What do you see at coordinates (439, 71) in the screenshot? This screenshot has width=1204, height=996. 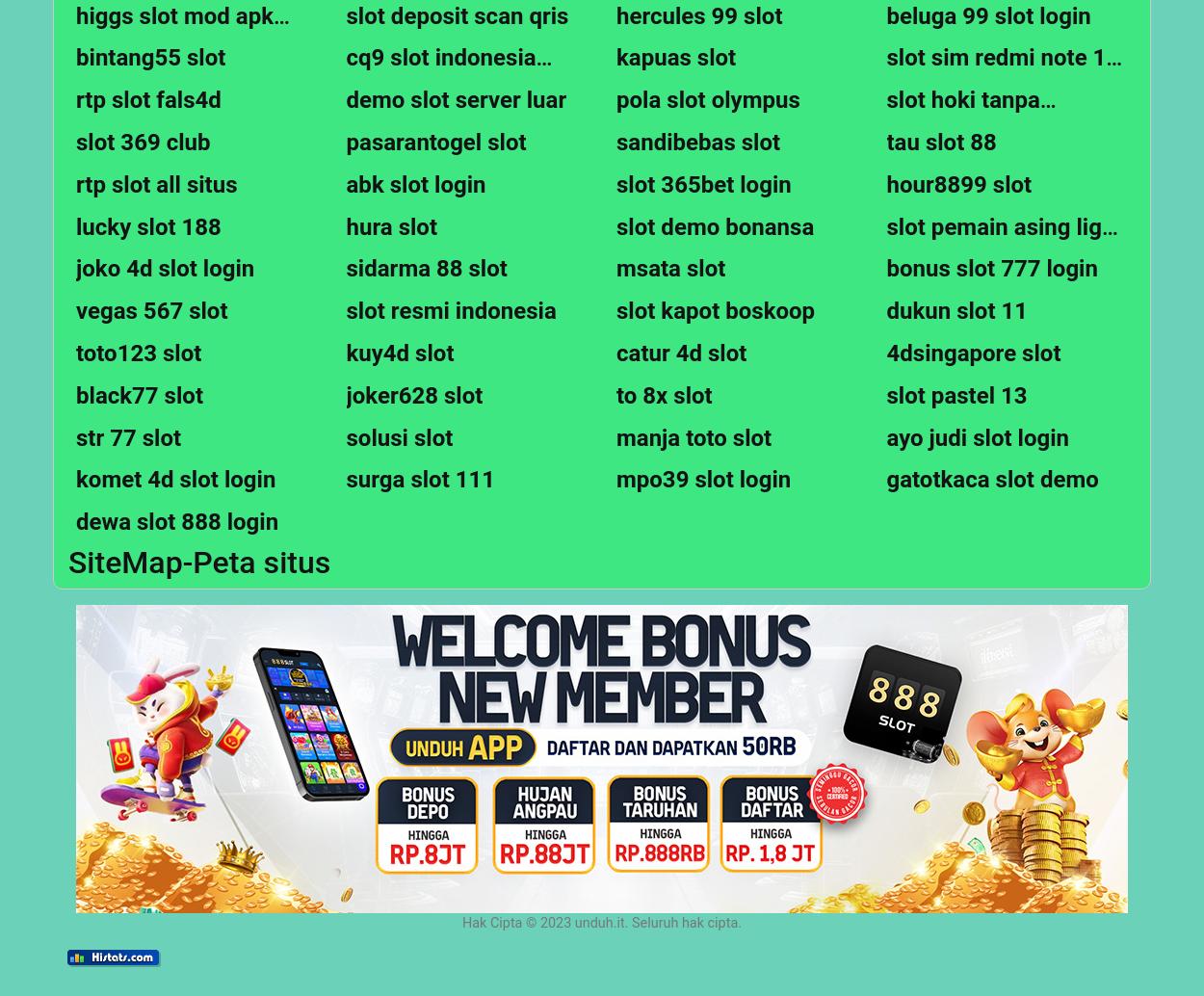 I see `'cq9 slot indonesia demo'` at bounding box center [439, 71].